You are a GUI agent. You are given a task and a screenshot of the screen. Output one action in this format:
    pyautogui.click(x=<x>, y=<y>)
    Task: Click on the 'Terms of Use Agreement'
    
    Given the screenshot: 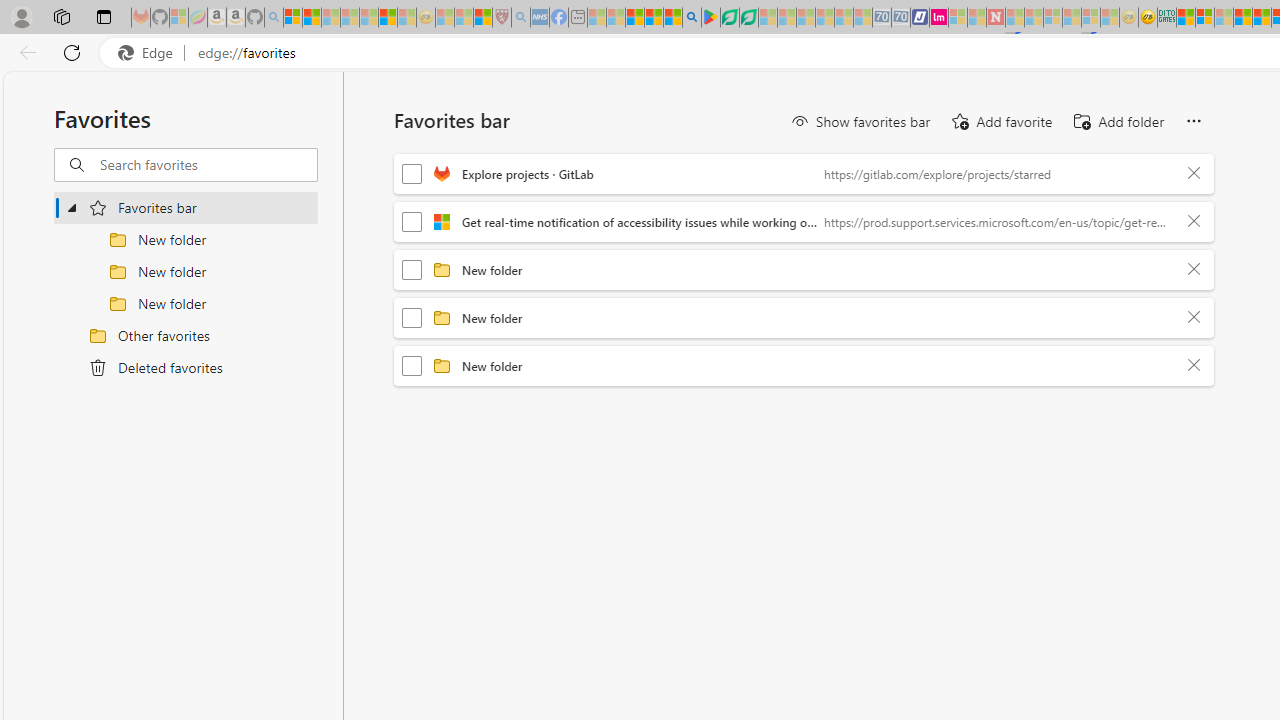 What is the action you would take?
    pyautogui.click(x=728, y=17)
    